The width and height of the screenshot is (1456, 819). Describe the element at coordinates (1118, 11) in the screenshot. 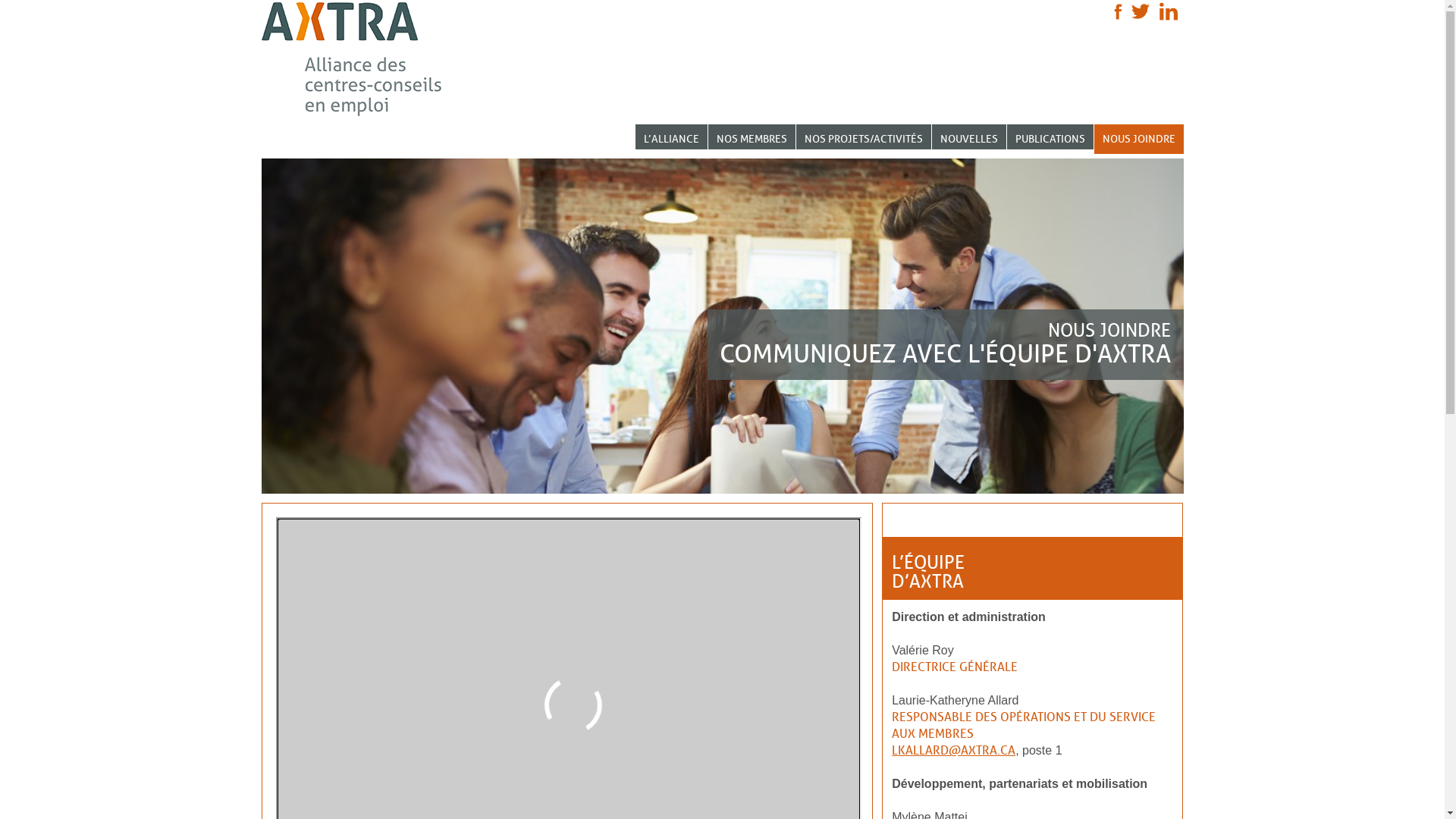

I see `'Facebook'` at that location.